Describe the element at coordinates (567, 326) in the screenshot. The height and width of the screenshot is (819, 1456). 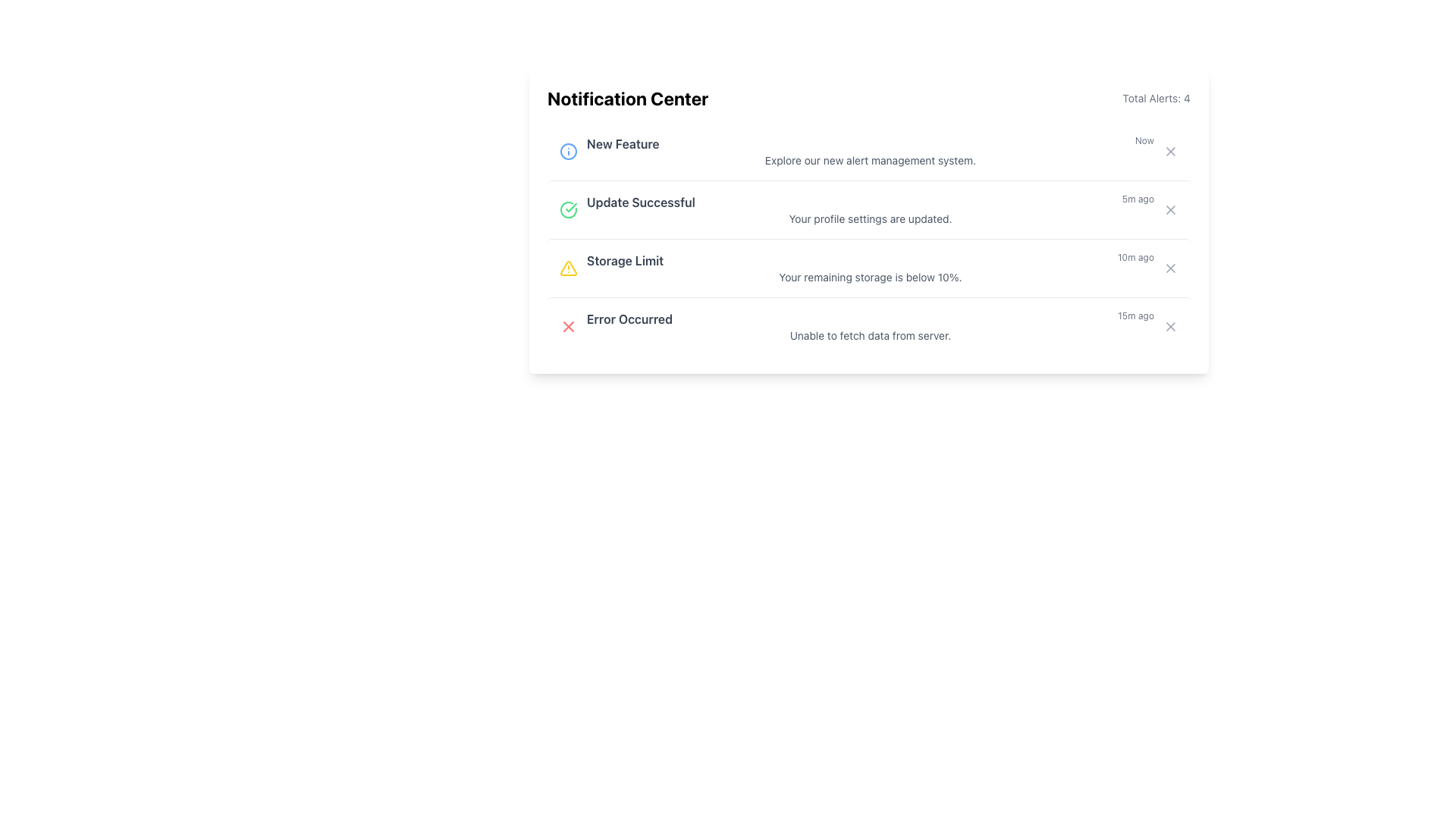
I see `the close button represented by an 'X' icon located in the 'Error Occurred' notification row` at that location.